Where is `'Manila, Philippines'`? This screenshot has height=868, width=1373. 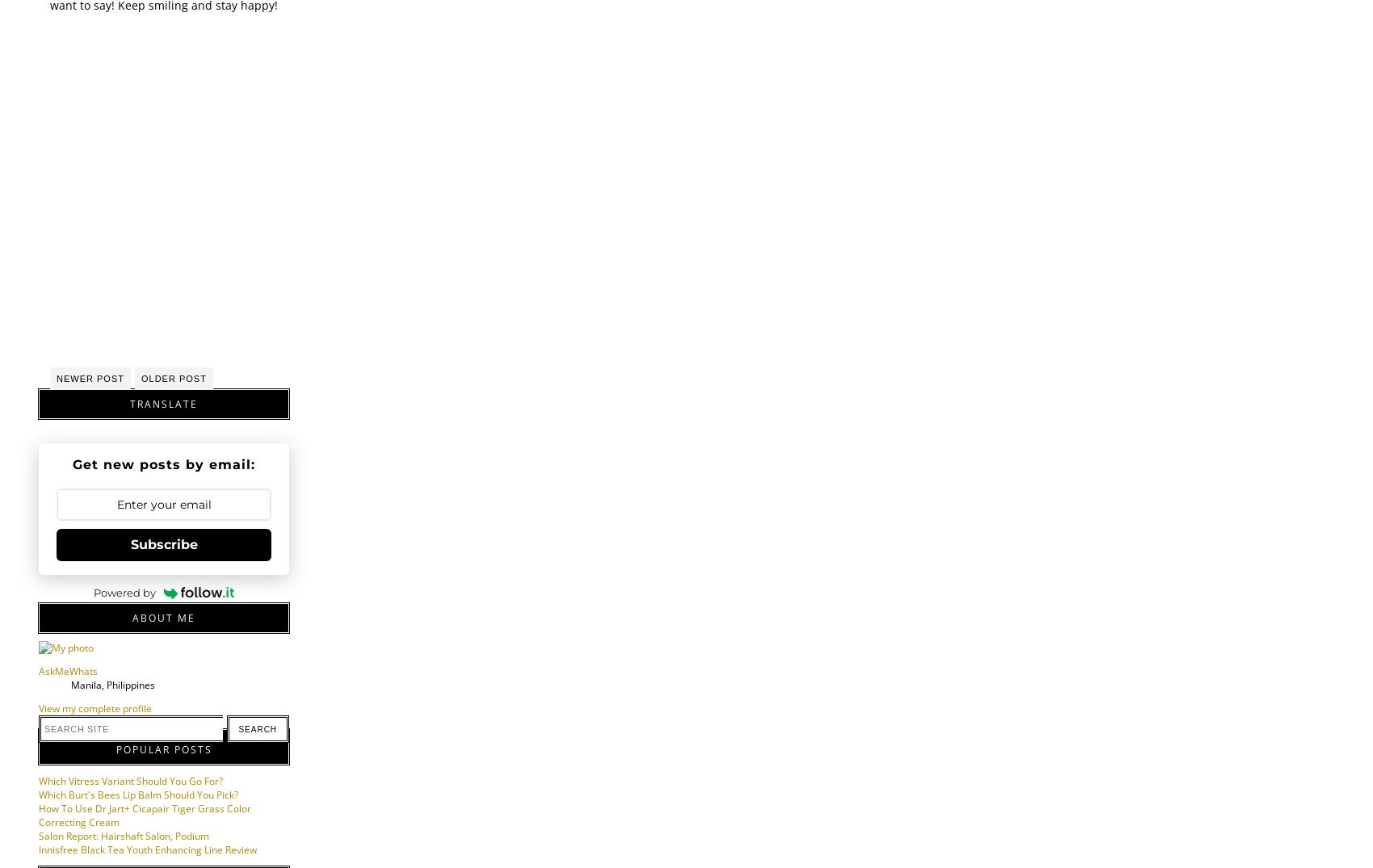
'Manila, Philippines' is located at coordinates (112, 685).